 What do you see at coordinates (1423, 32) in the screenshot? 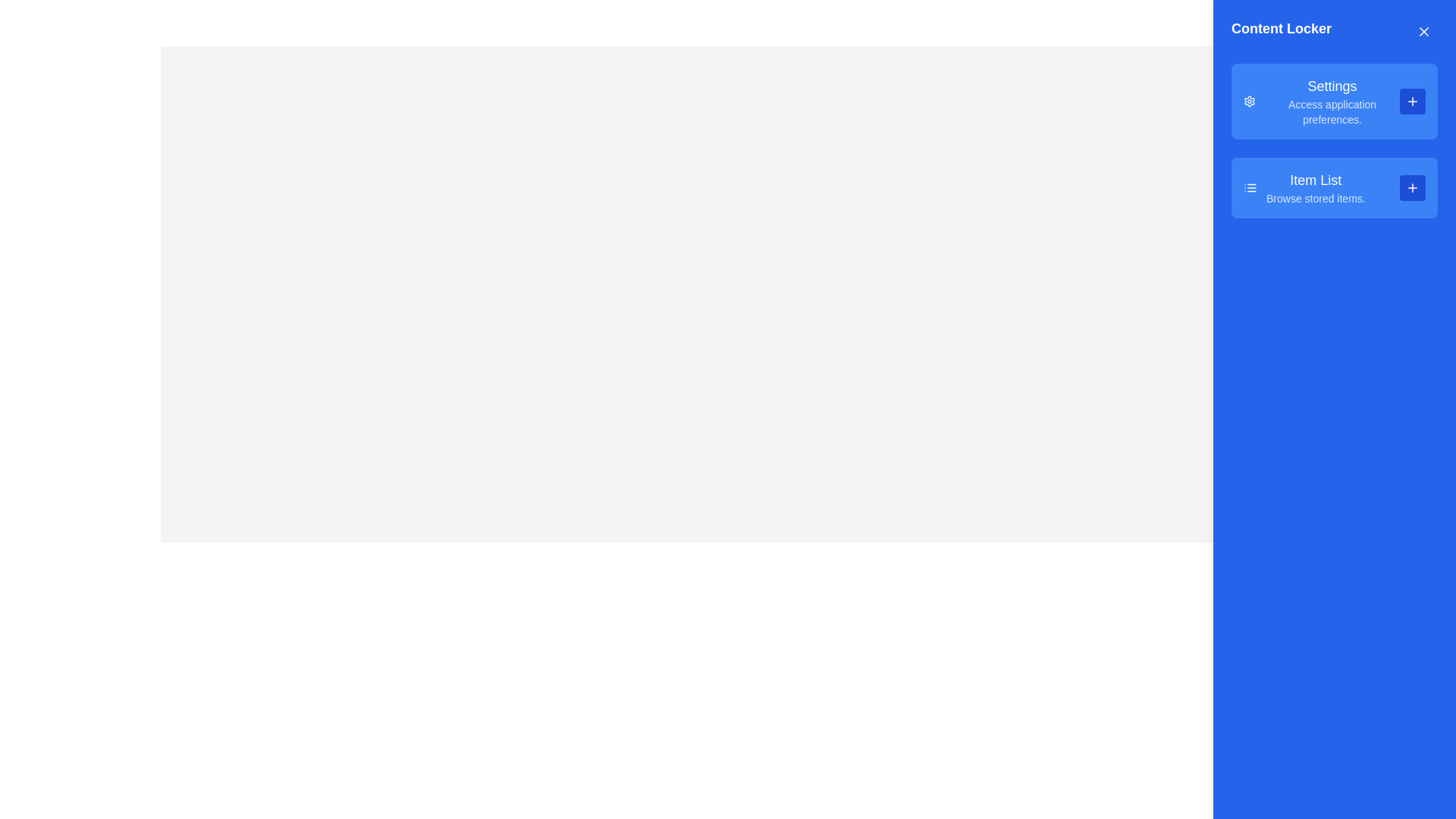
I see `the close button represented as an SVG icon (X mark) in the upper-right corner of the 'Content Locker' panel` at bounding box center [1423, 32].